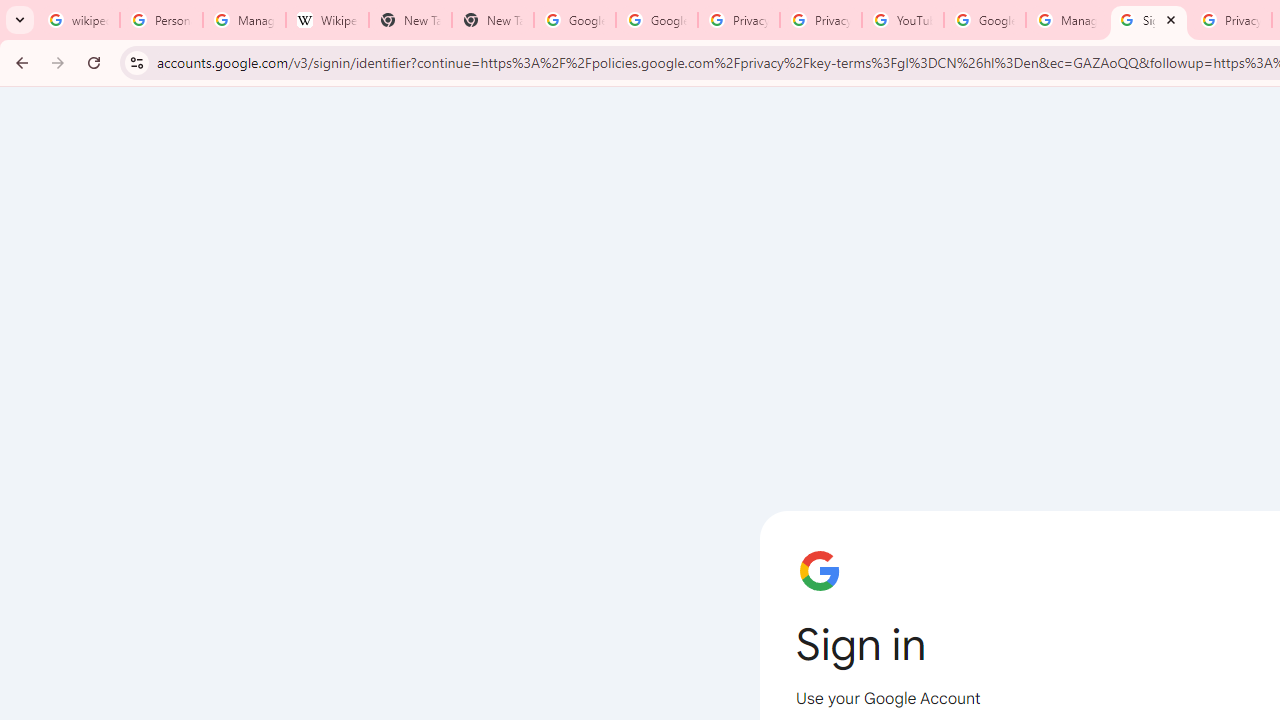  Describe the element at coordinates (984, 20) in the screenshot. I see `'Google Account Help'` at that location.